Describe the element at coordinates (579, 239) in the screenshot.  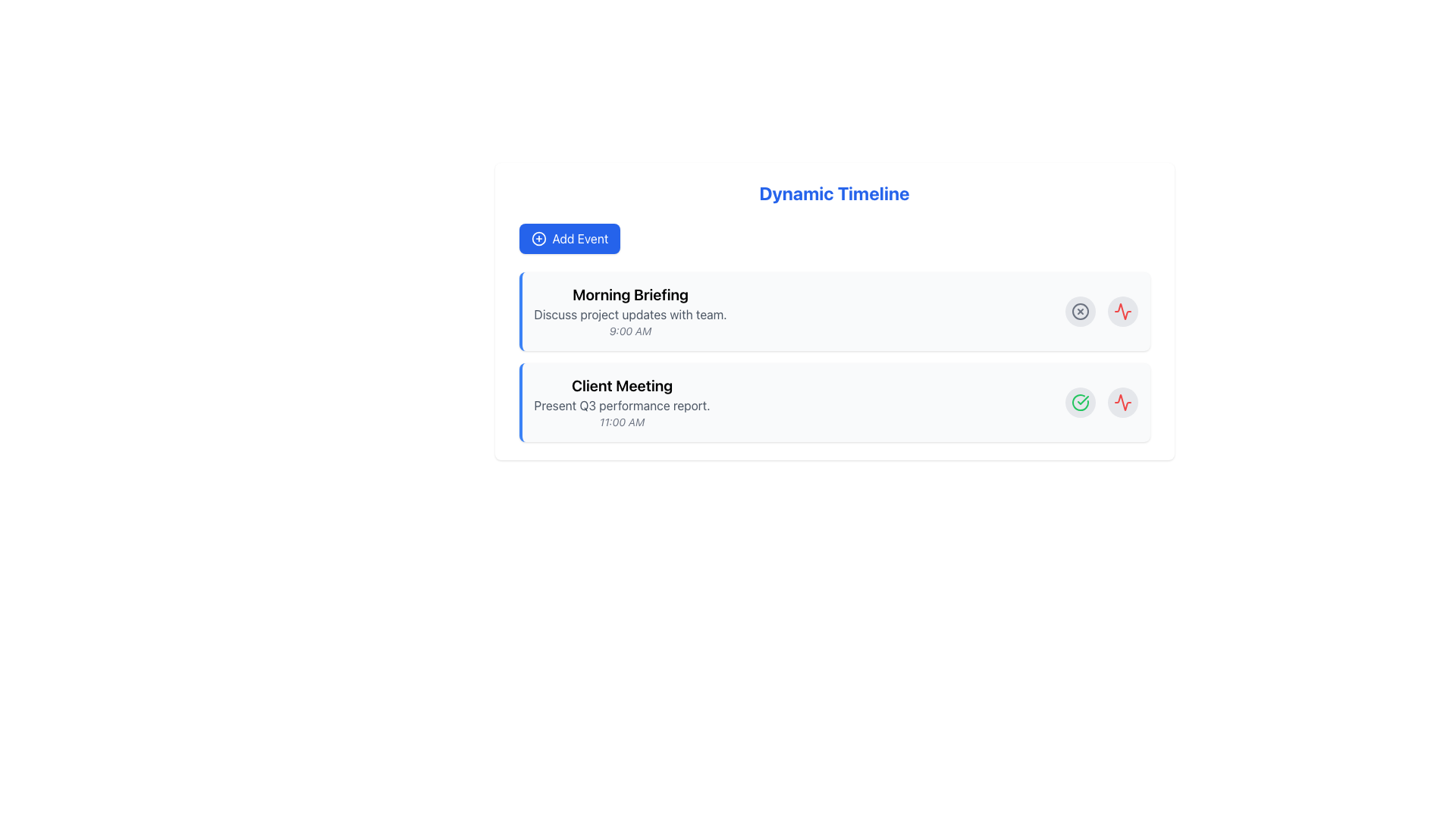
I see `text displayed in the 'Add Event' button, which is styled in white font on a blue background` at that location.